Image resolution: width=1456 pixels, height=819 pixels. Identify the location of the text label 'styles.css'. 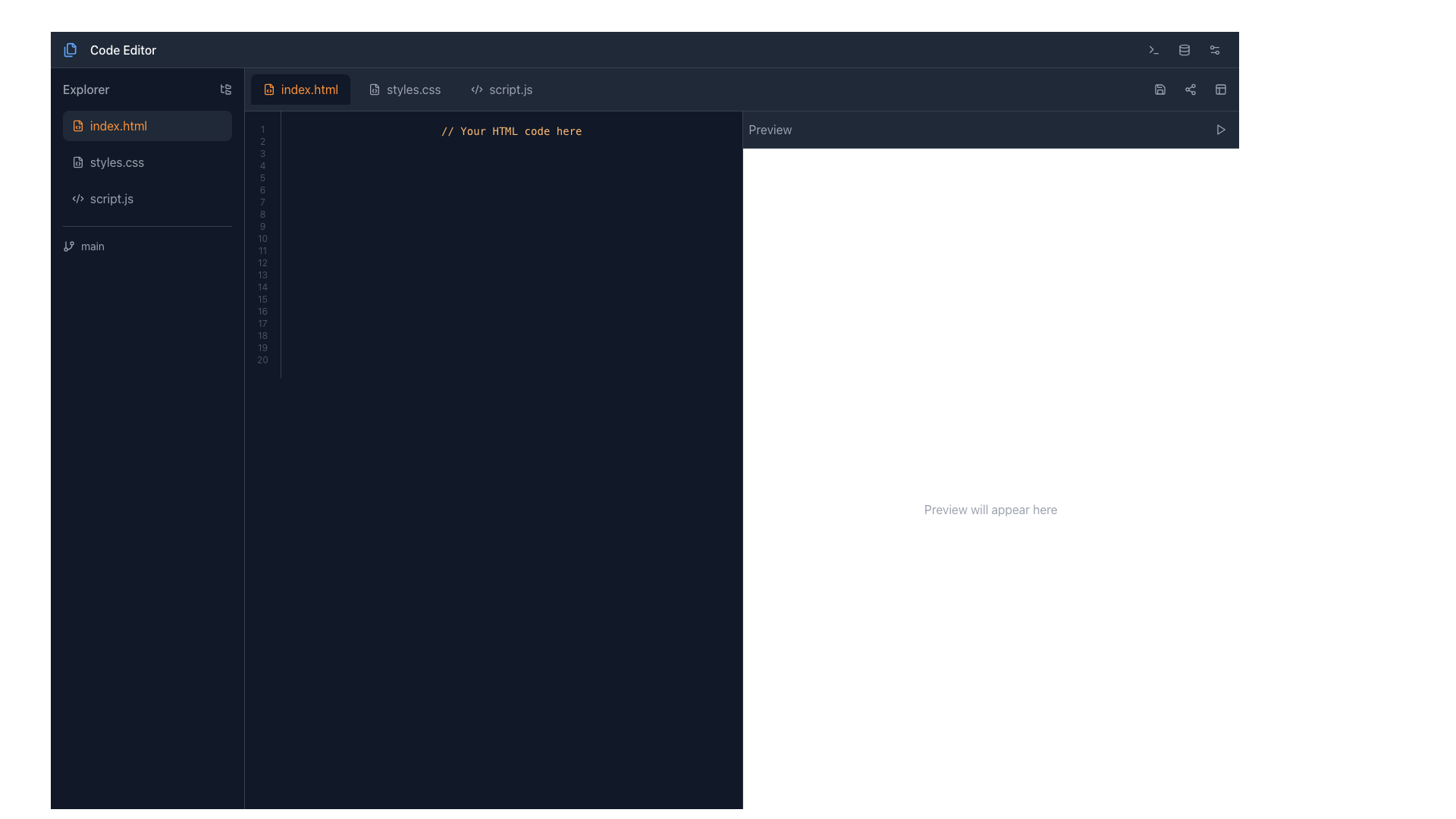
(116, 162).